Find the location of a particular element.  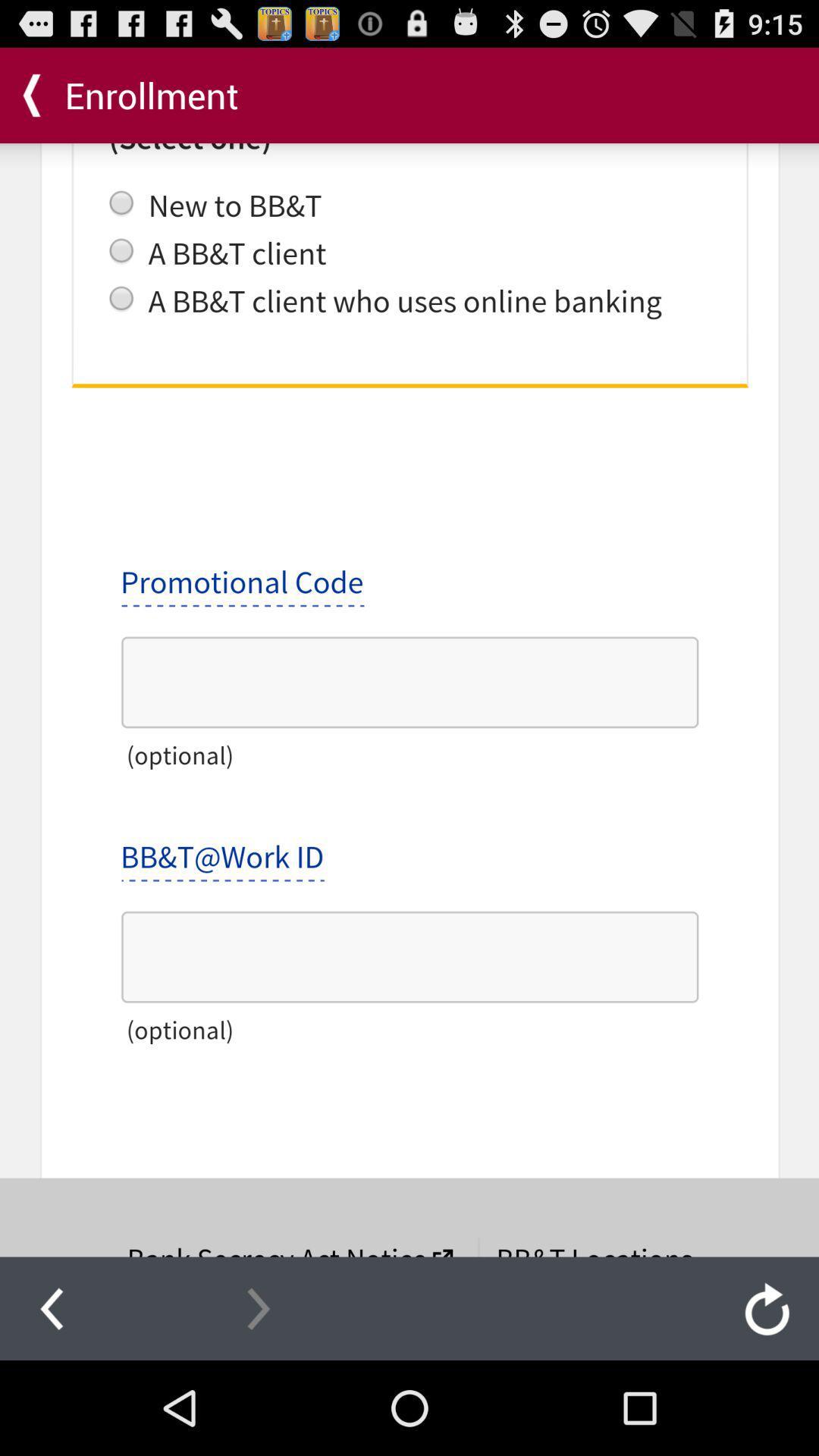

your options and enter code is located at coordinates (409, 699).